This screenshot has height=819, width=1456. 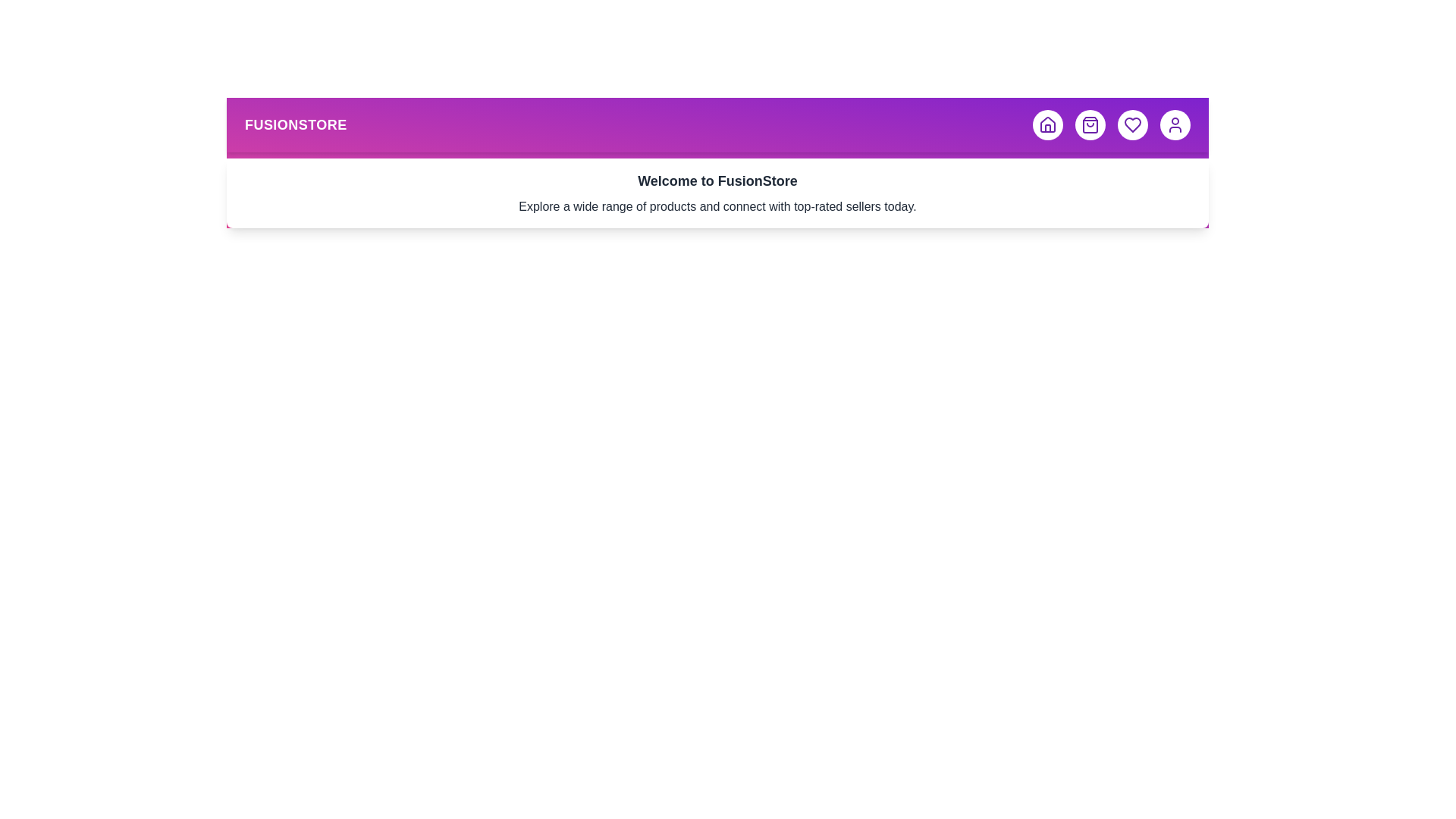 What do you see at coordinates (1090, 124) in the screenshot?
I see `the shopping_bag icon to navigate to the respective section` at bounding box center [1090, 124].